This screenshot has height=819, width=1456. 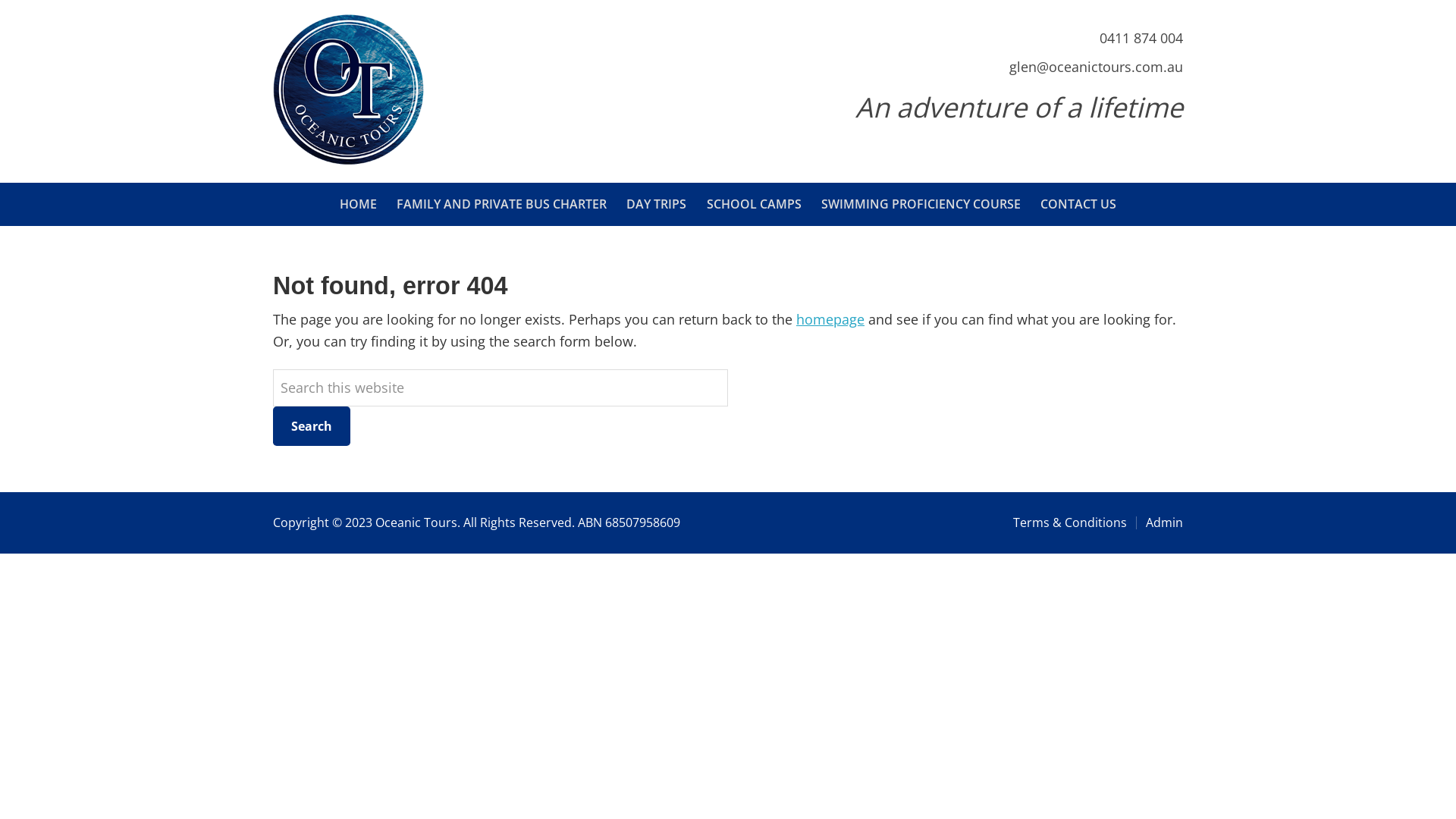 I want to click on 'Terms & Conditions', so click(x=1012, y=522).